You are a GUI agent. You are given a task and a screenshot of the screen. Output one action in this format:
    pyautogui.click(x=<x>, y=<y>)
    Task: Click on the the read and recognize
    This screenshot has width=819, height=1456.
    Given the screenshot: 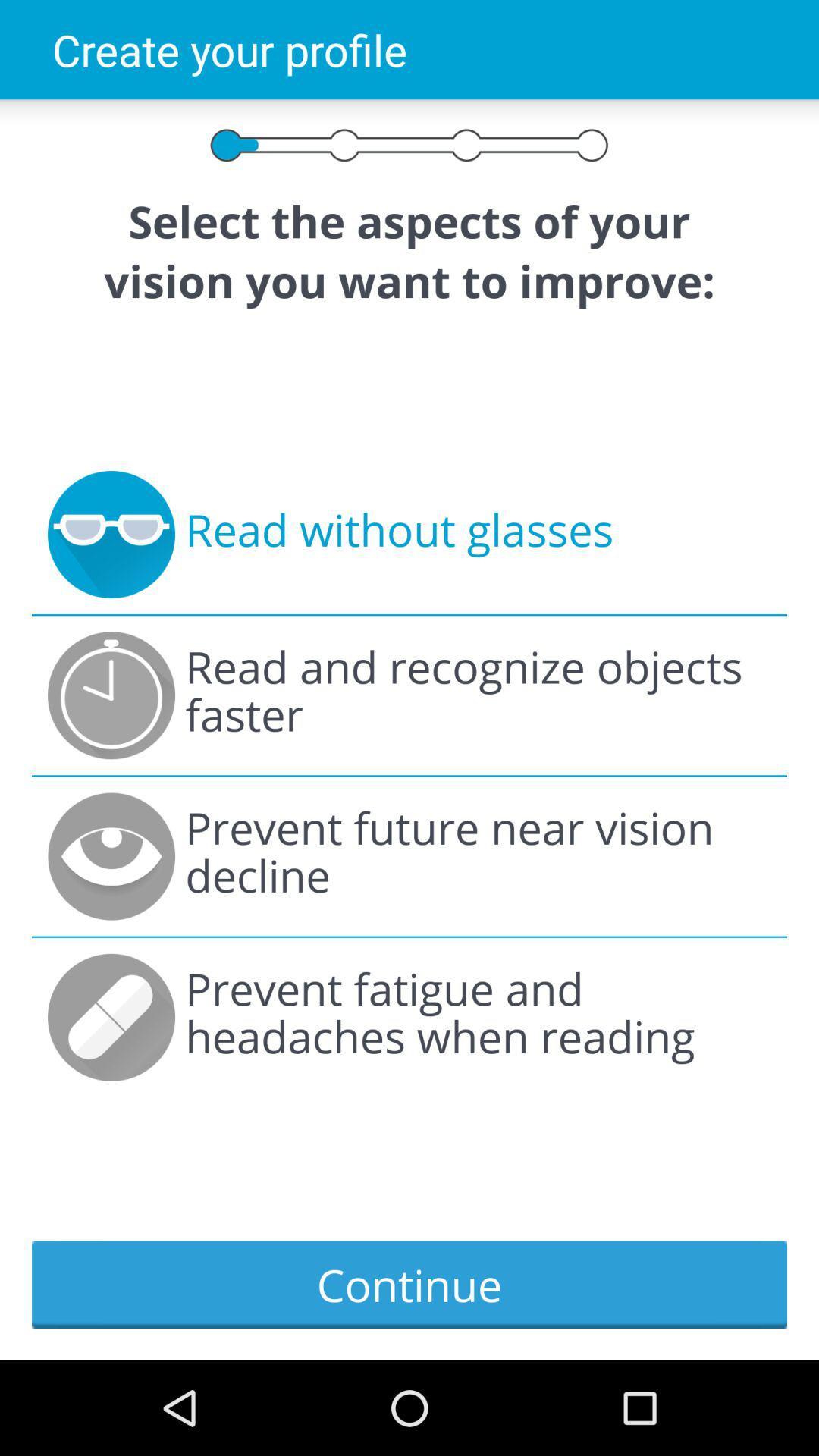 What is the action you would take?
    pyautogui.click(x=478, y=695)
    